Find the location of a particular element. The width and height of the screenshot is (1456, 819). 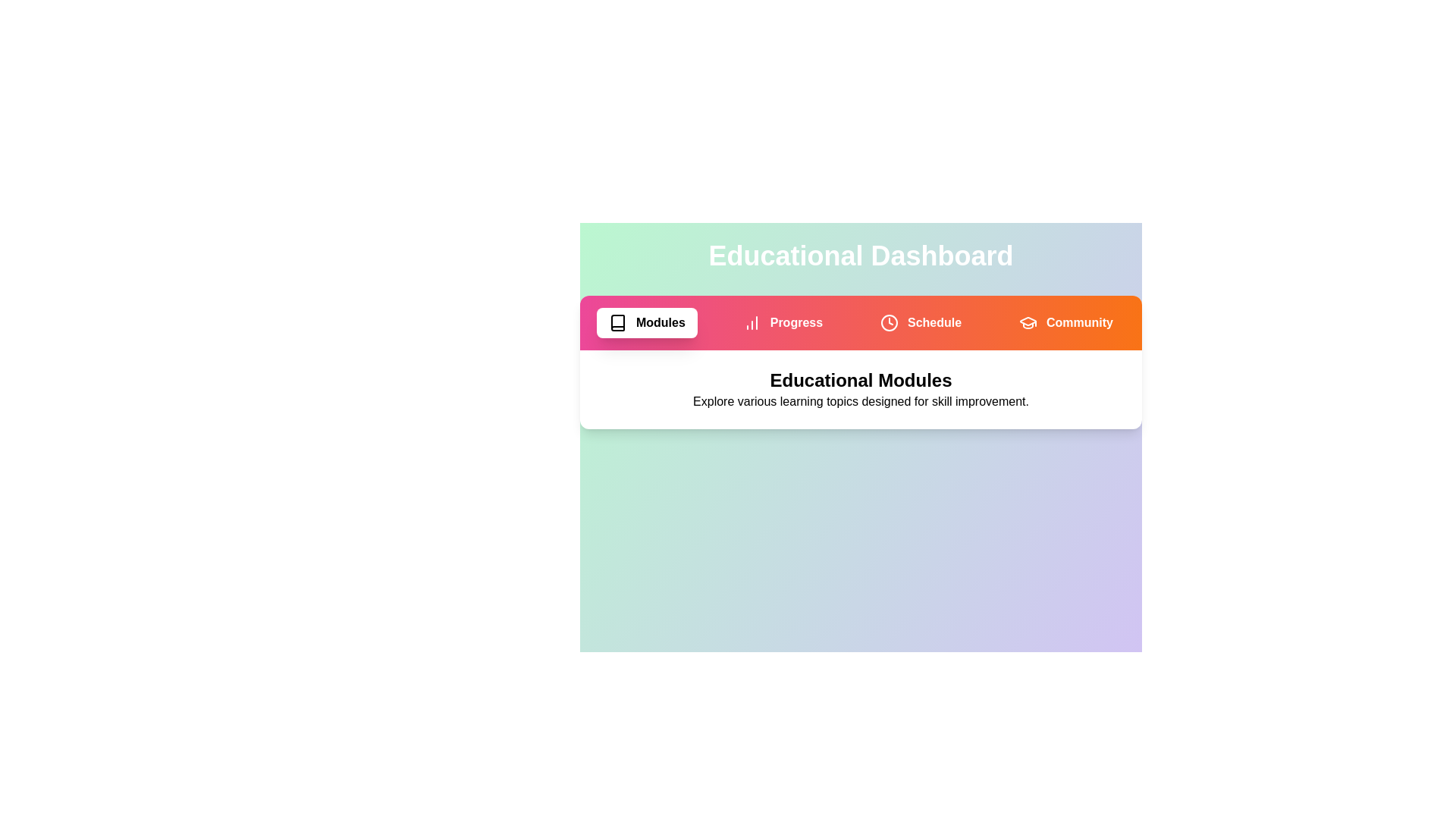

the 'Schedule' button, which is the third button in a row of four at the top center of the interface, featuring a clock icon and a gradient background is located at coordinates (920, 322).